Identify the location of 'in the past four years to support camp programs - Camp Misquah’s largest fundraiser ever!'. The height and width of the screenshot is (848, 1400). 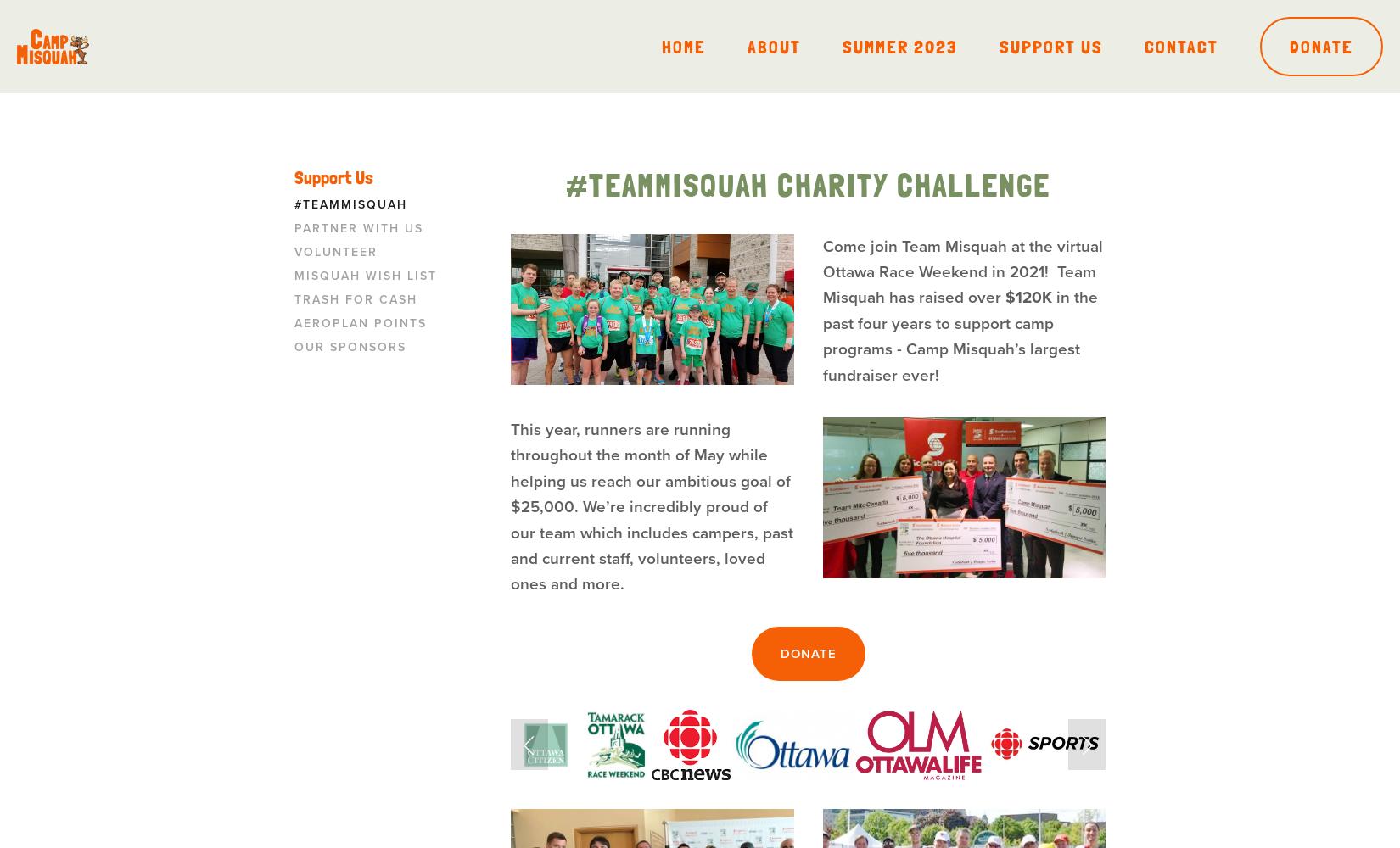
(961, 336).